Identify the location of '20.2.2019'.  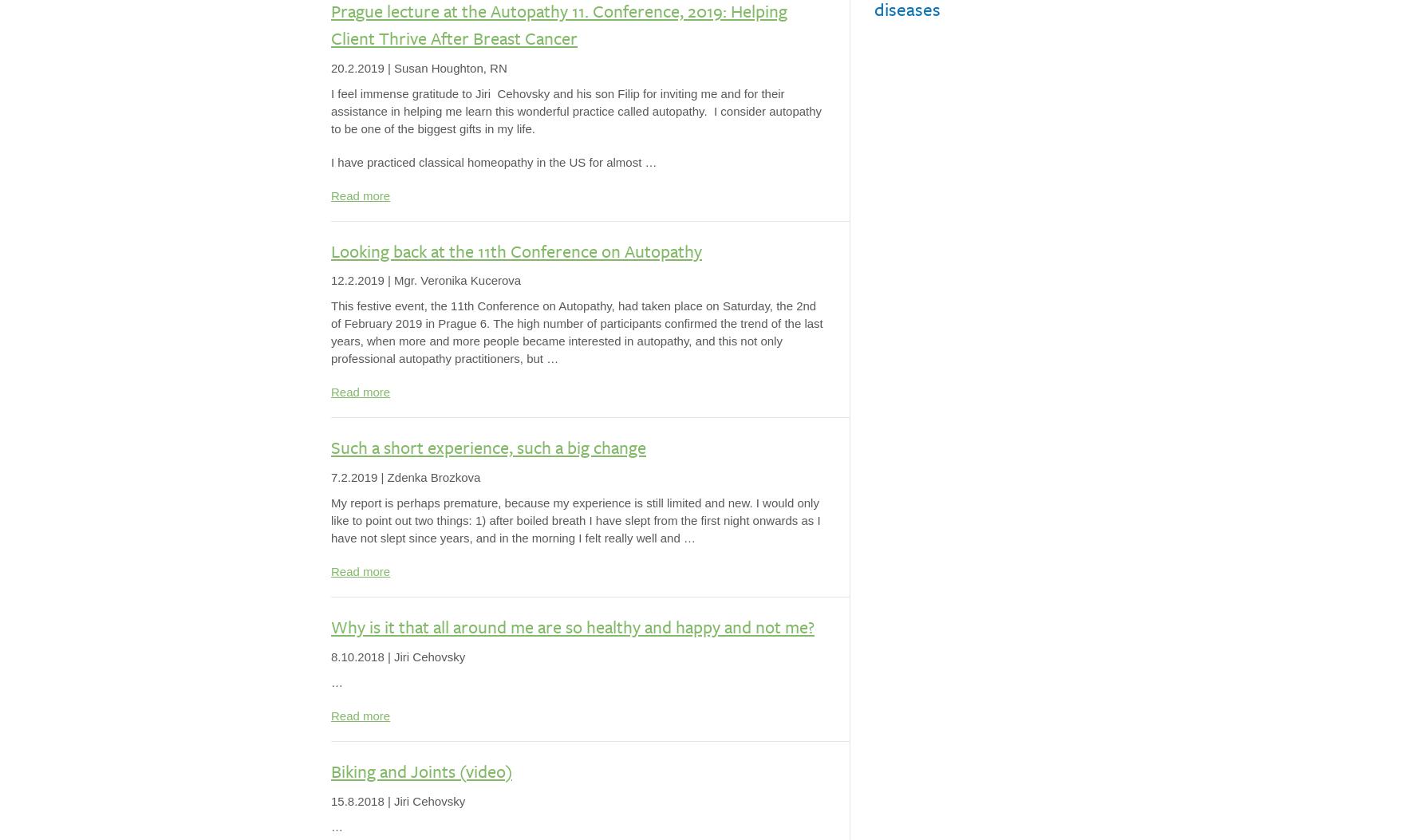
(357, 66).